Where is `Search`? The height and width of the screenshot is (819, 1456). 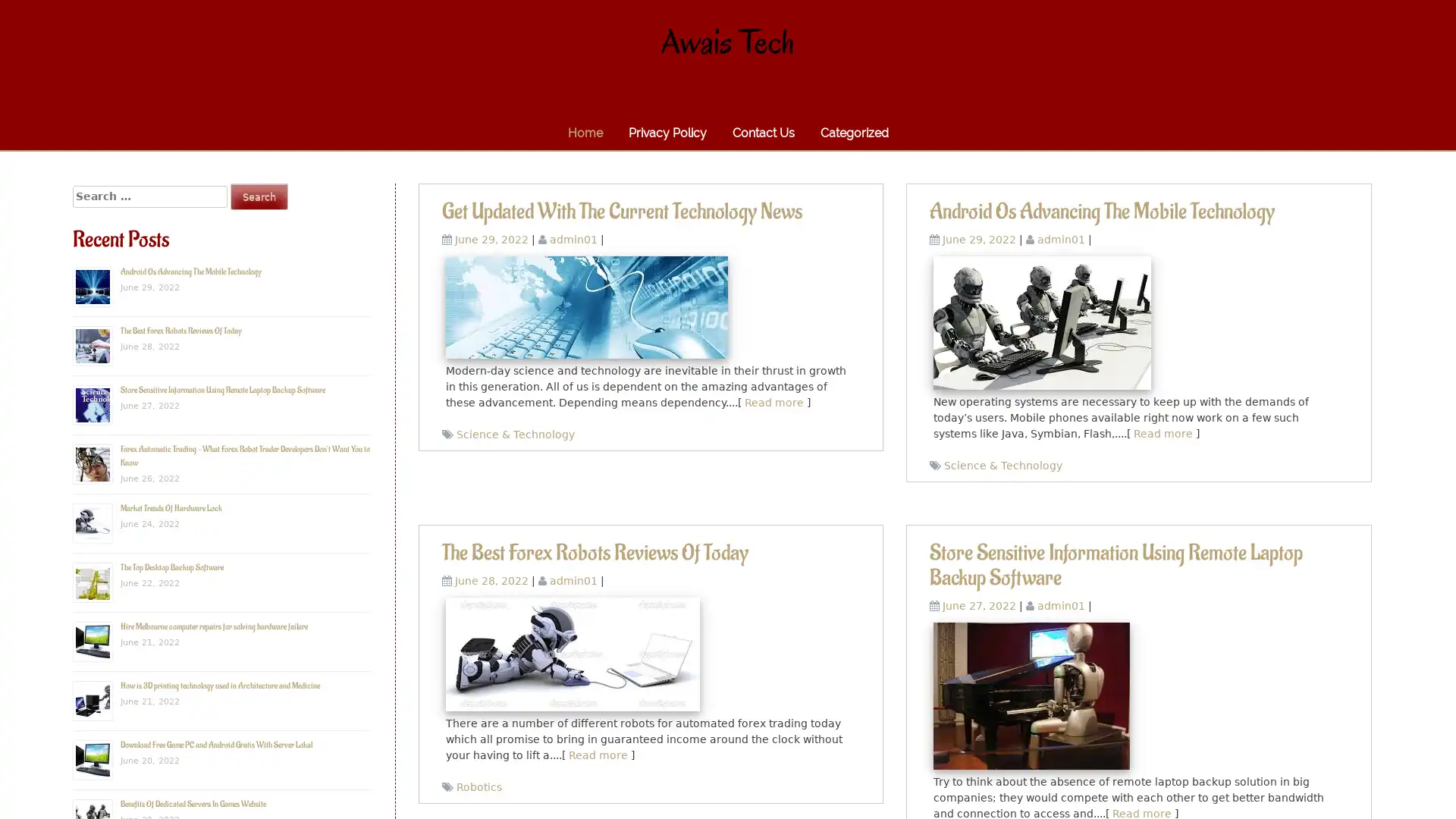 Search is located at coordinates (259, 196).